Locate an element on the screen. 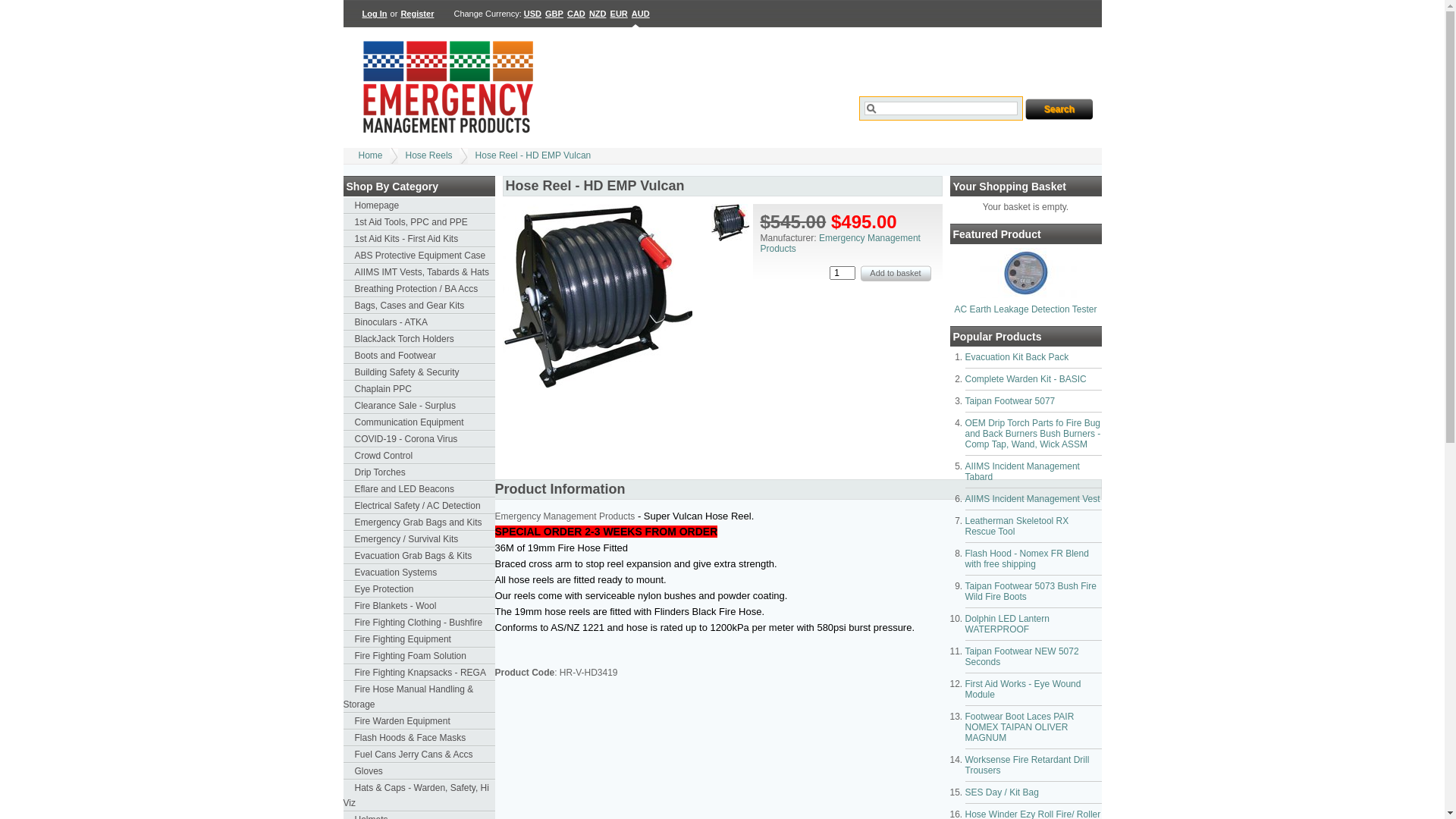 The width and height of the screenshot is (1456, 819). 'Fire Fighting Knapsacks - REGA' is located at coordinates (419, 672).